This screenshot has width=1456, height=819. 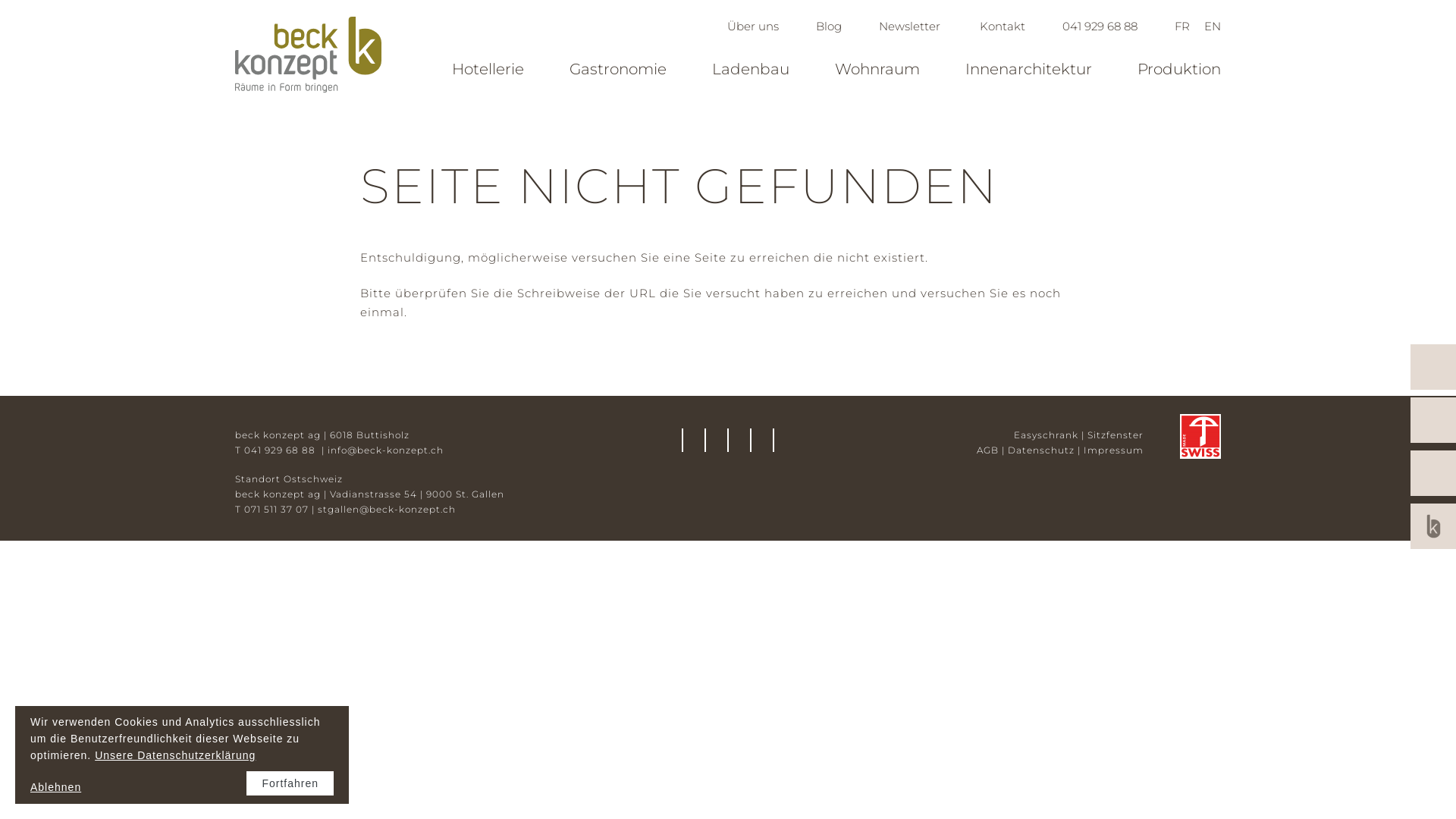 What do you see at coordinates (1211, 26) in the screenshot?
I see `'EN'` at bounding box center [1211, 26].